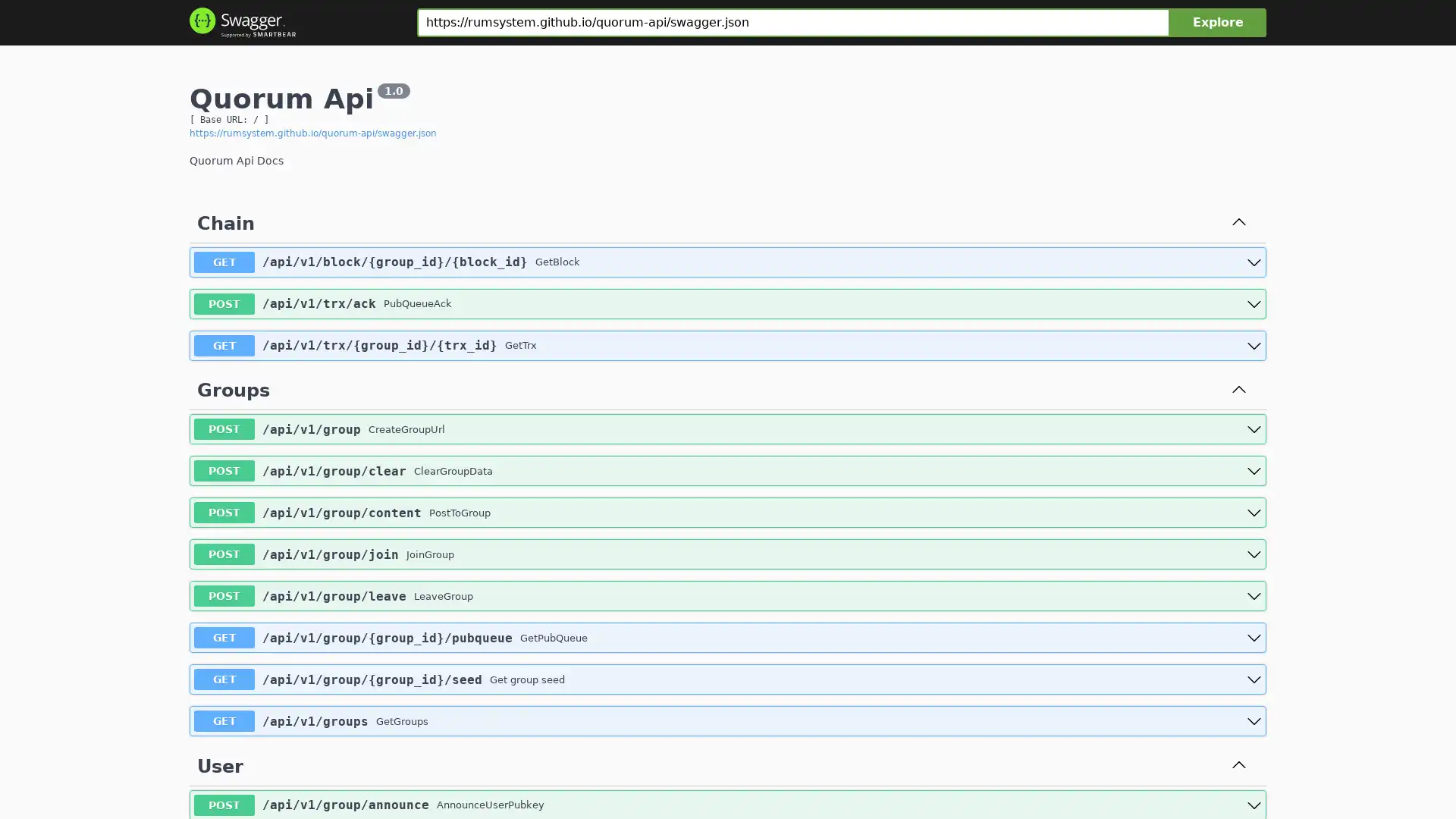 The height and width of the screenshot is (819, 1456). What do you see at coordinates (728, 678) in the screenshot?
I see `get /api/v1/group/{group_id}/seed` at bounding box center [728, 678].